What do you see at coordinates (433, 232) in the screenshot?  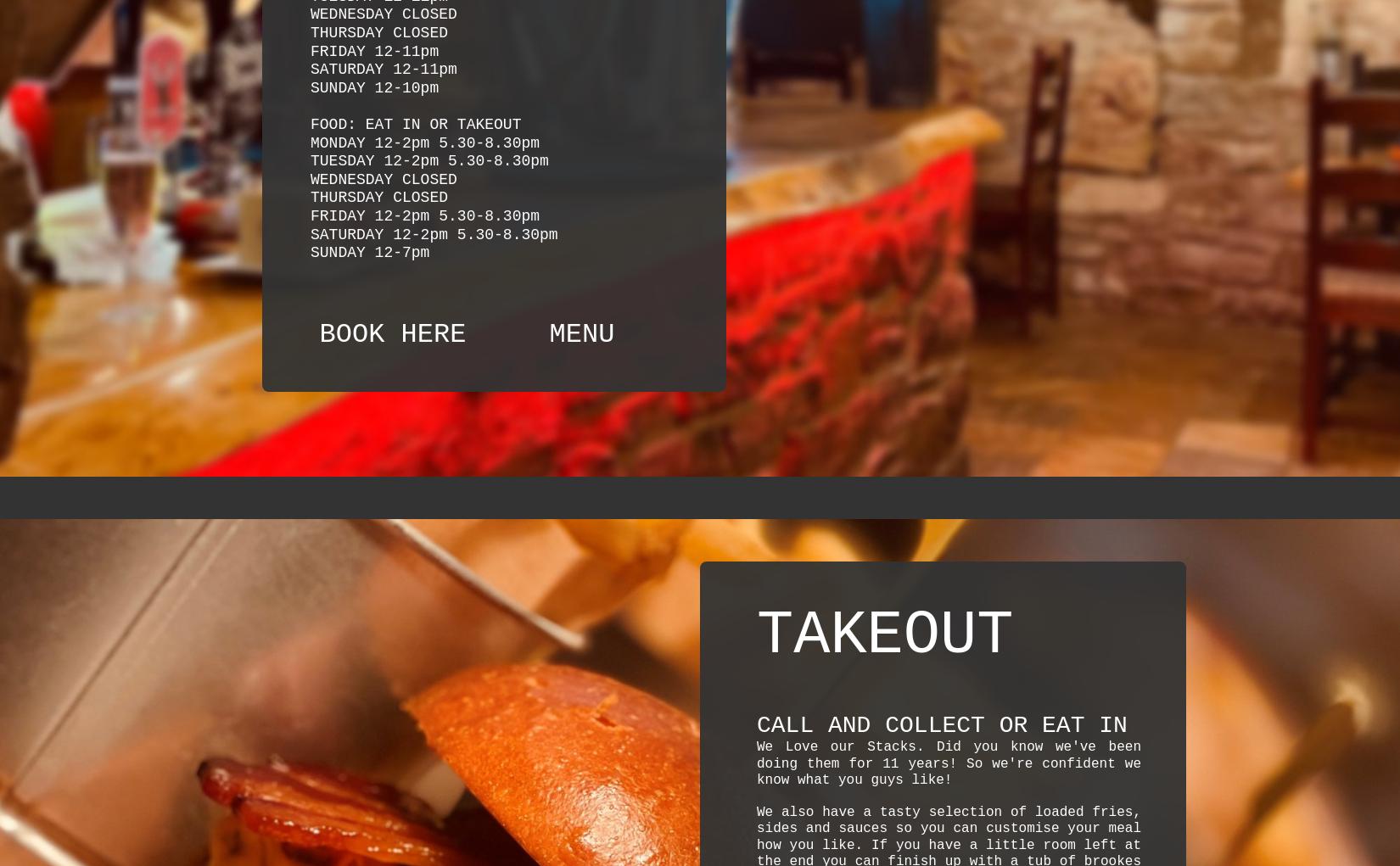 I see `'SATURDAY 12-2pm 5.30-8.30pm'` at bounding box center [433, 232].